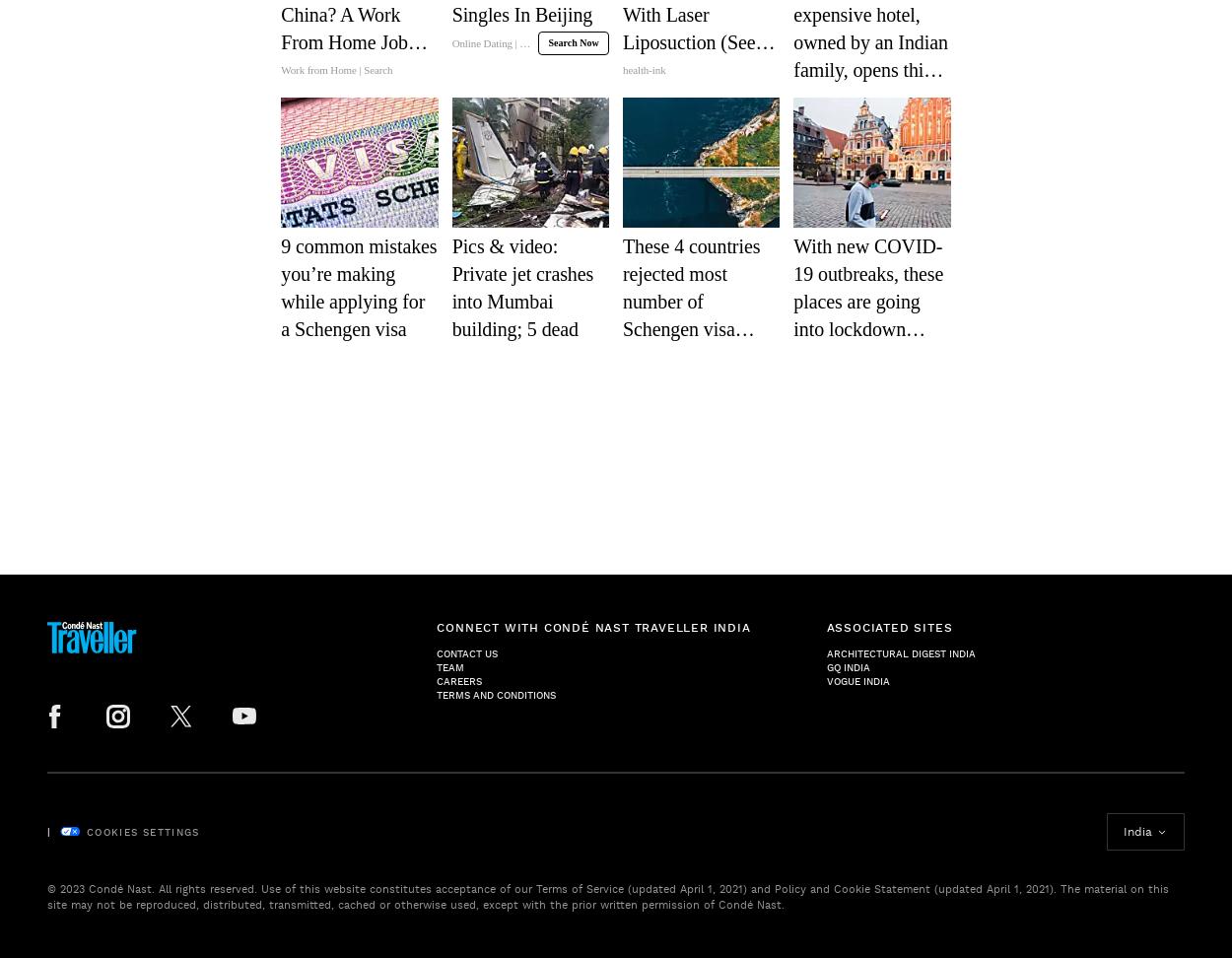  What do you see at coordinates (889, 627) in the screenshot?
I see `'Associated Sites'` at bounding box center [889, 627].